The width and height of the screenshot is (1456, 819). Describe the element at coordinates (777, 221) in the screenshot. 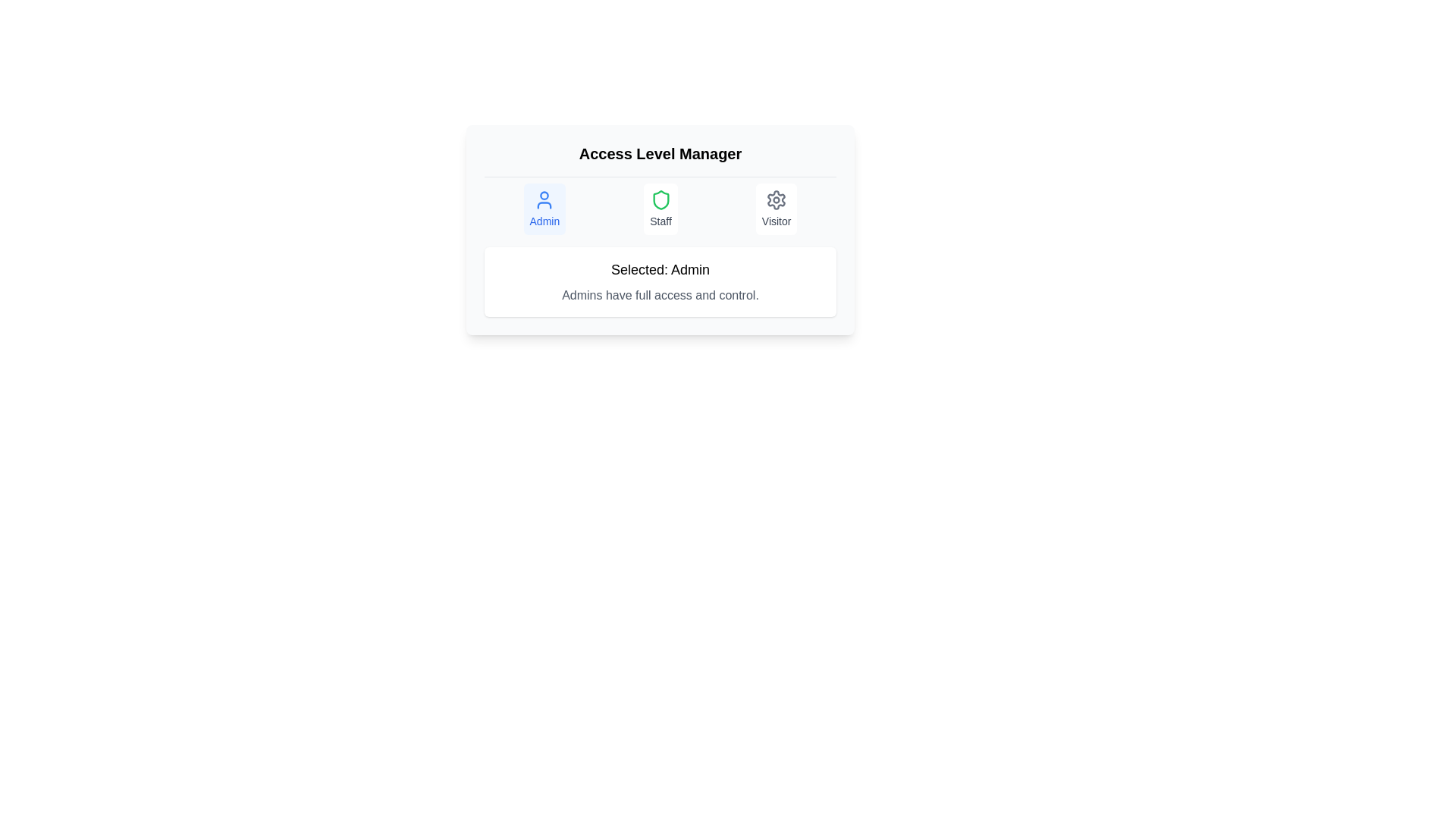

I see `the 'Visitor' text label, which is styled with a small text size and is located below the cogwheel icon in the 'Access Level Manager' interface, positioned as the rightmost option among 'Admin', 'Staff', and 'Visitor'` at that location.